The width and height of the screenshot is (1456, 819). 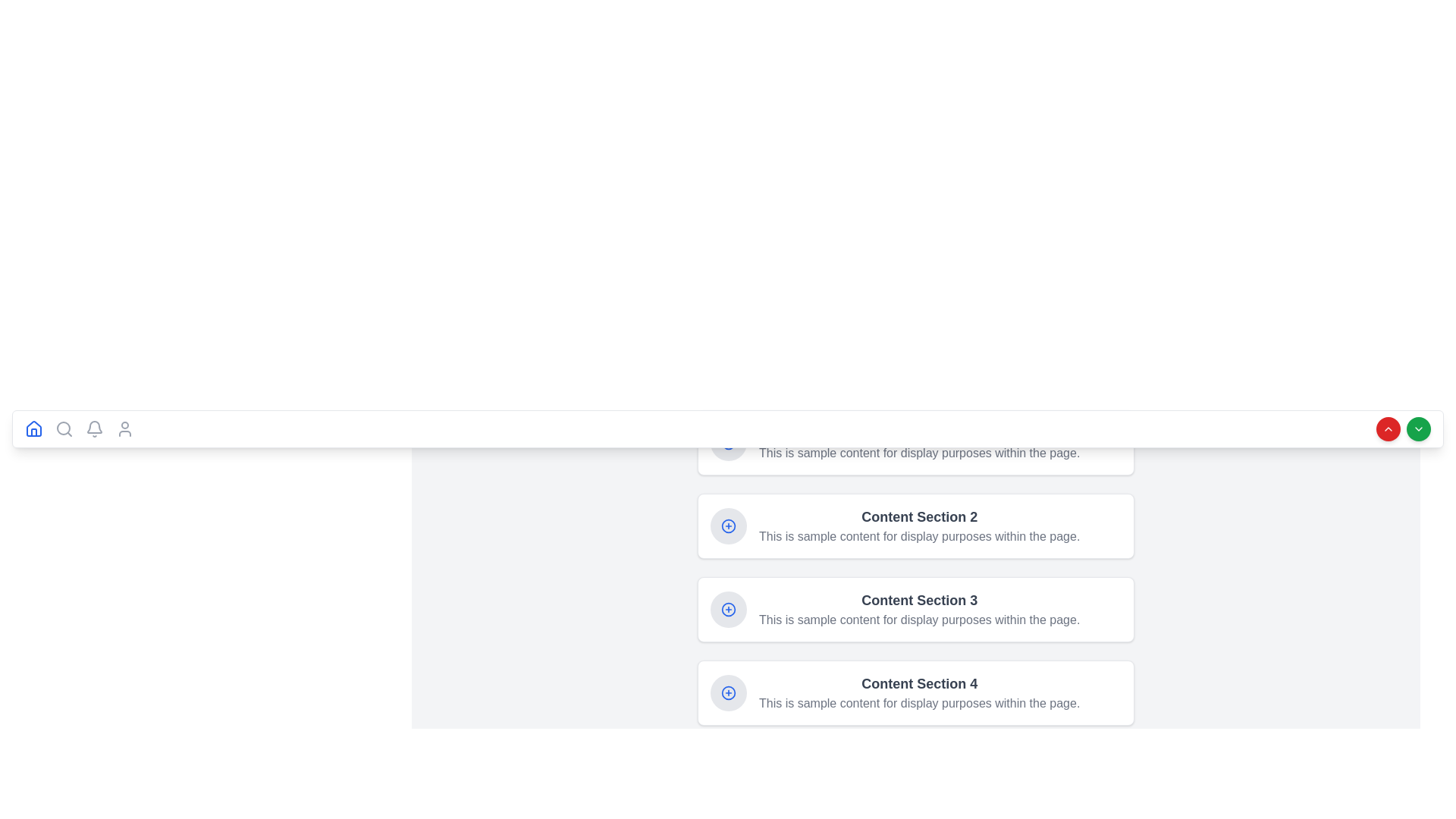 I want to click on the user profile indicator icon, which is the fifth icon in the navigation bar on the far-right, so click(x=124, y=429).